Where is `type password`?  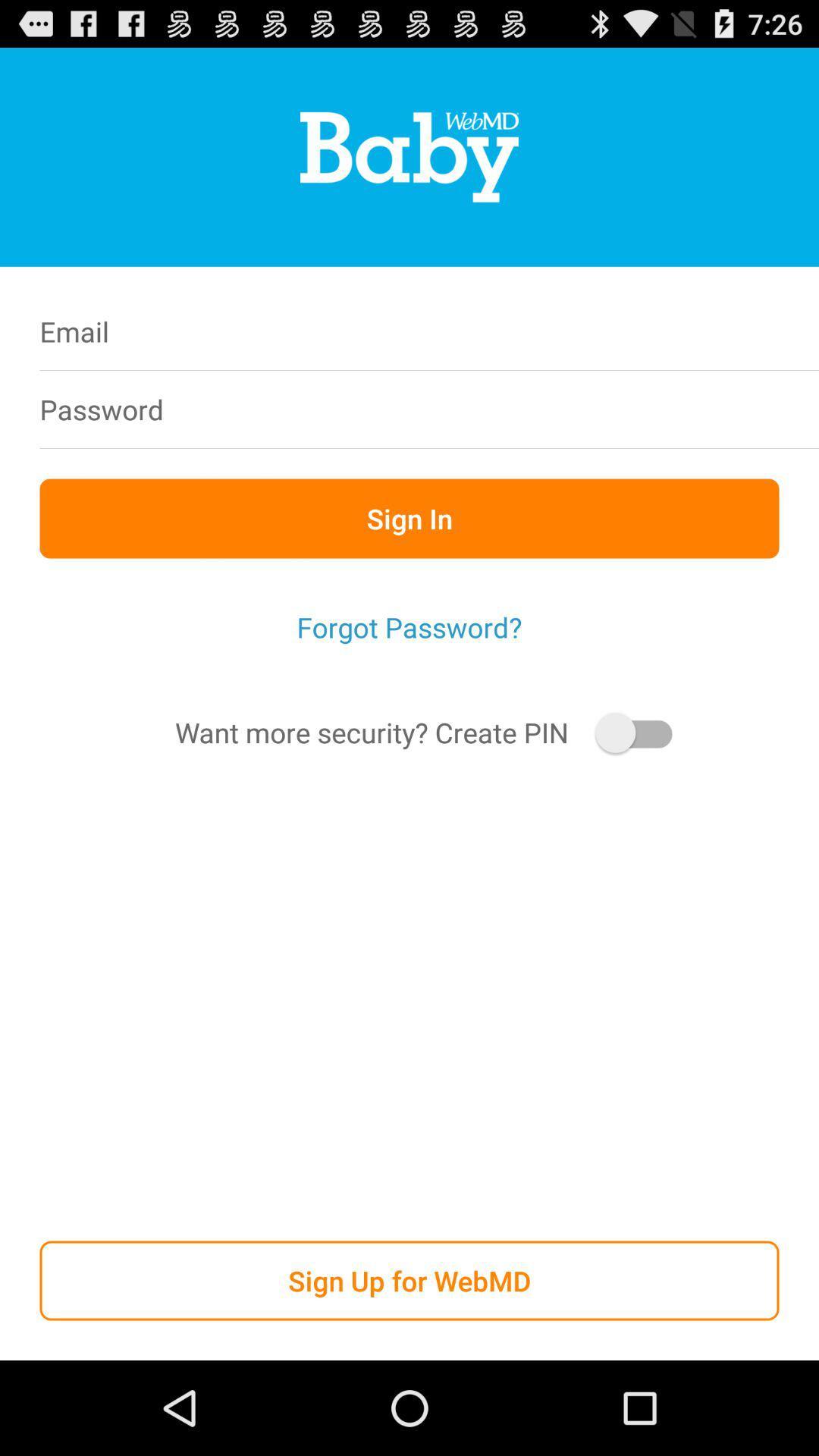
type password is located at coordinates (507, 409).